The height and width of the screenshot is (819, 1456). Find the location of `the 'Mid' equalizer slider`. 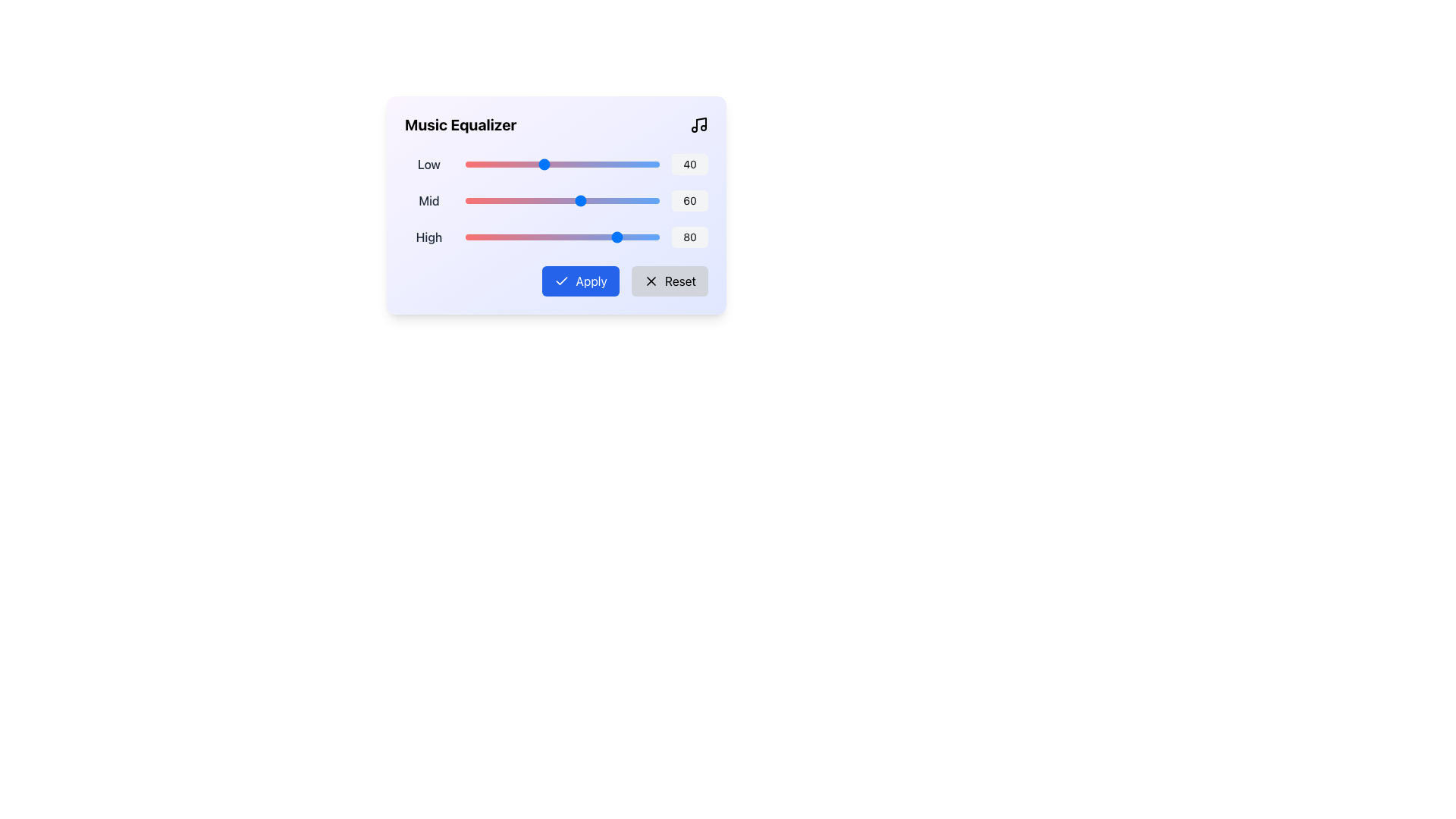

the 'Mid' equalizer slider is located at coordinates (654, 200).